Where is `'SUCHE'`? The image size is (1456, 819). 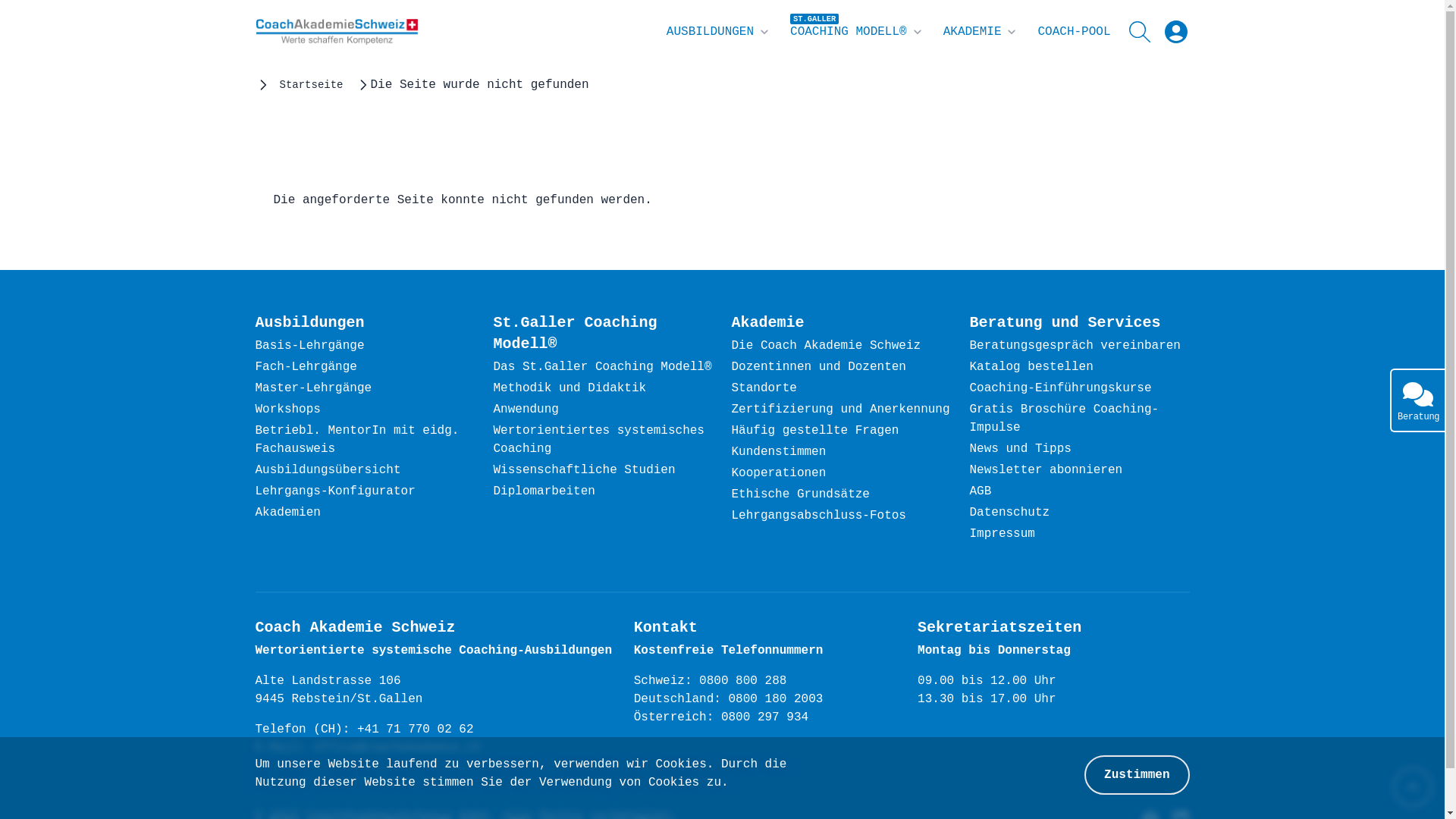 'SUCHE' is located at coordinates (1142, 32).